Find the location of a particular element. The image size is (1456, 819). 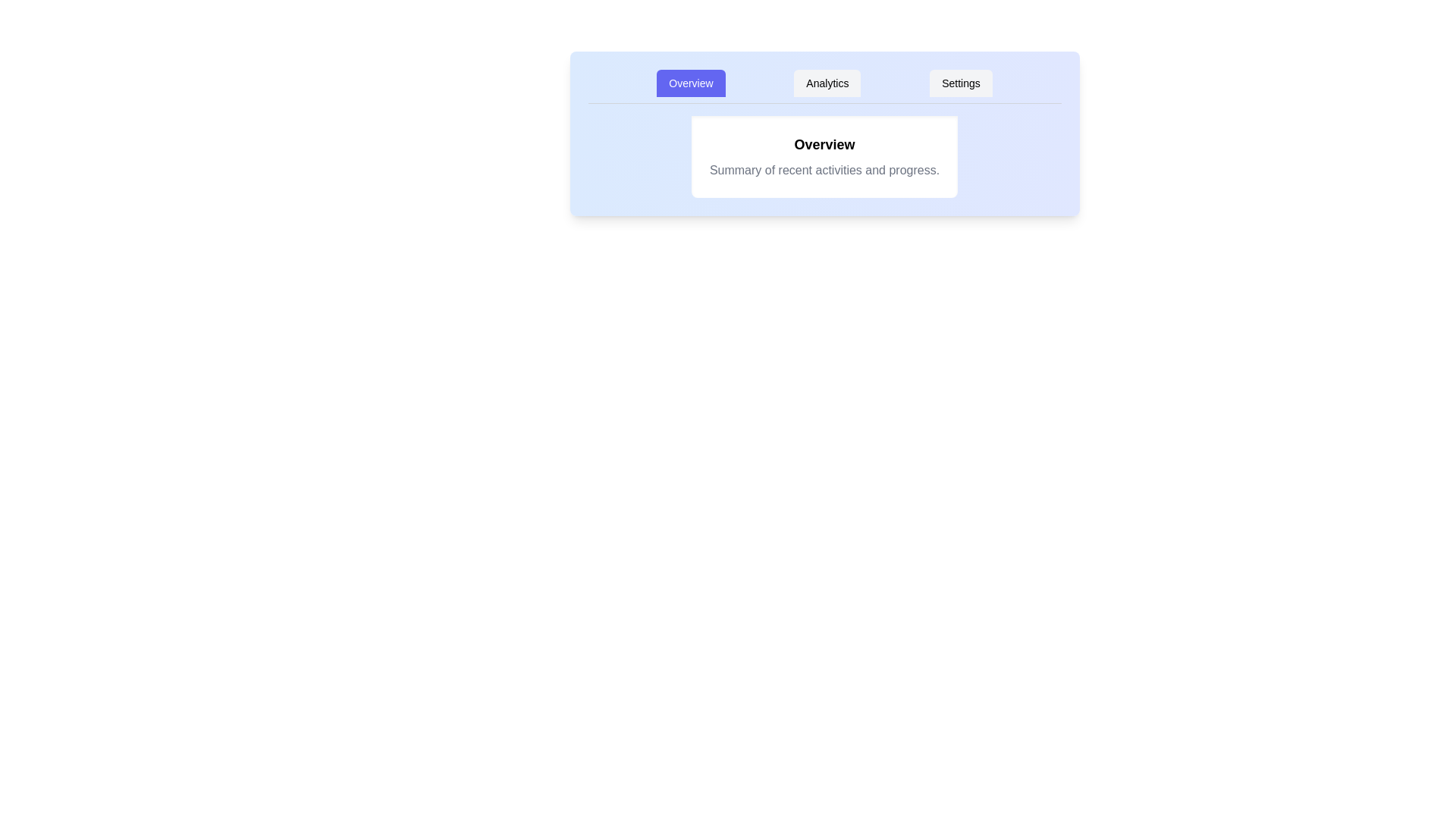

the Overview tab is located at coordinates (690, 83).